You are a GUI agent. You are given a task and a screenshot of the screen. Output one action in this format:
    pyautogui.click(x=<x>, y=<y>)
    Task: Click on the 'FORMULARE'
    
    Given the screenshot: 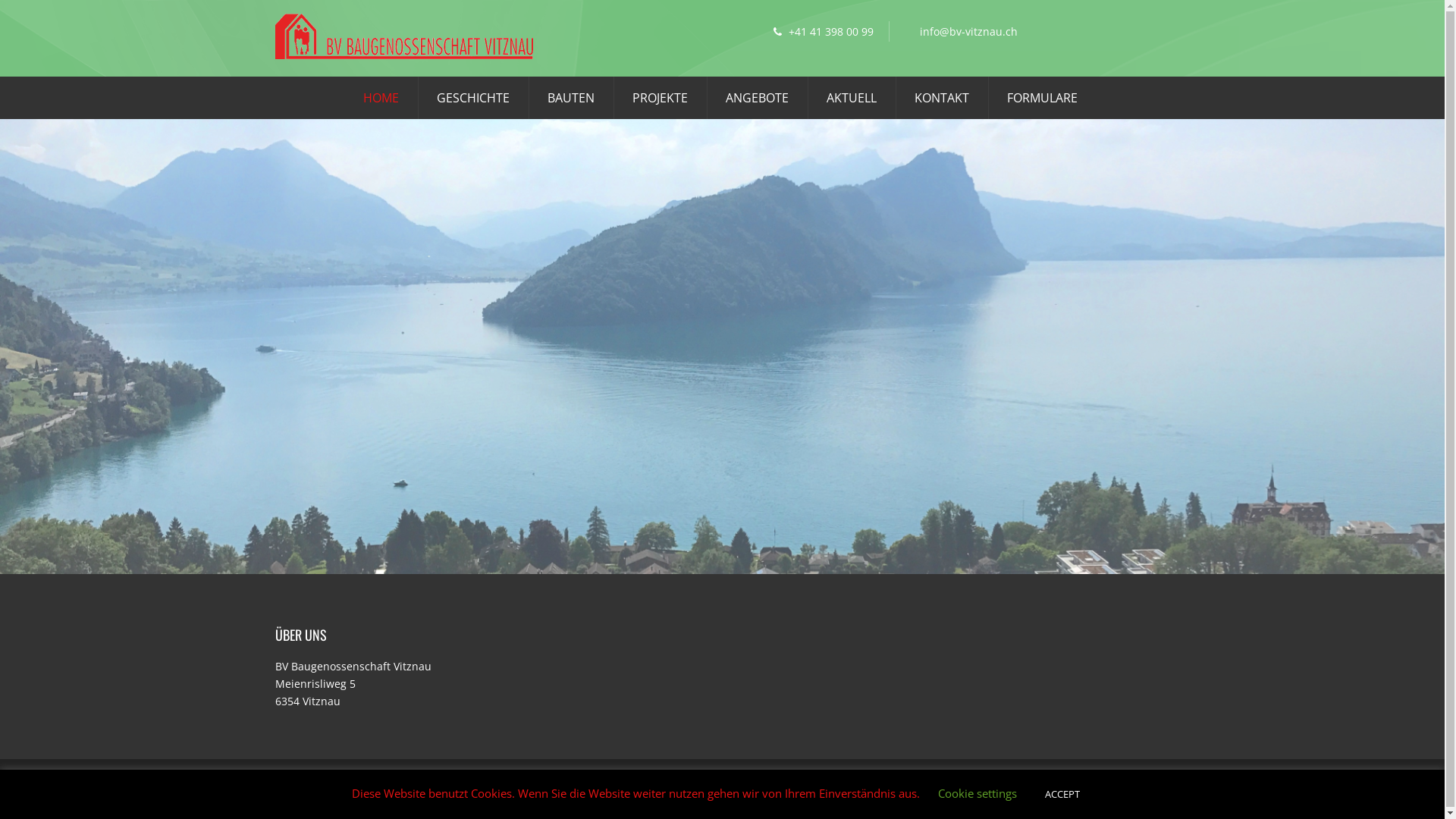 What is the action you would take?
    pyautogui.click(x=1007, y=98)
    